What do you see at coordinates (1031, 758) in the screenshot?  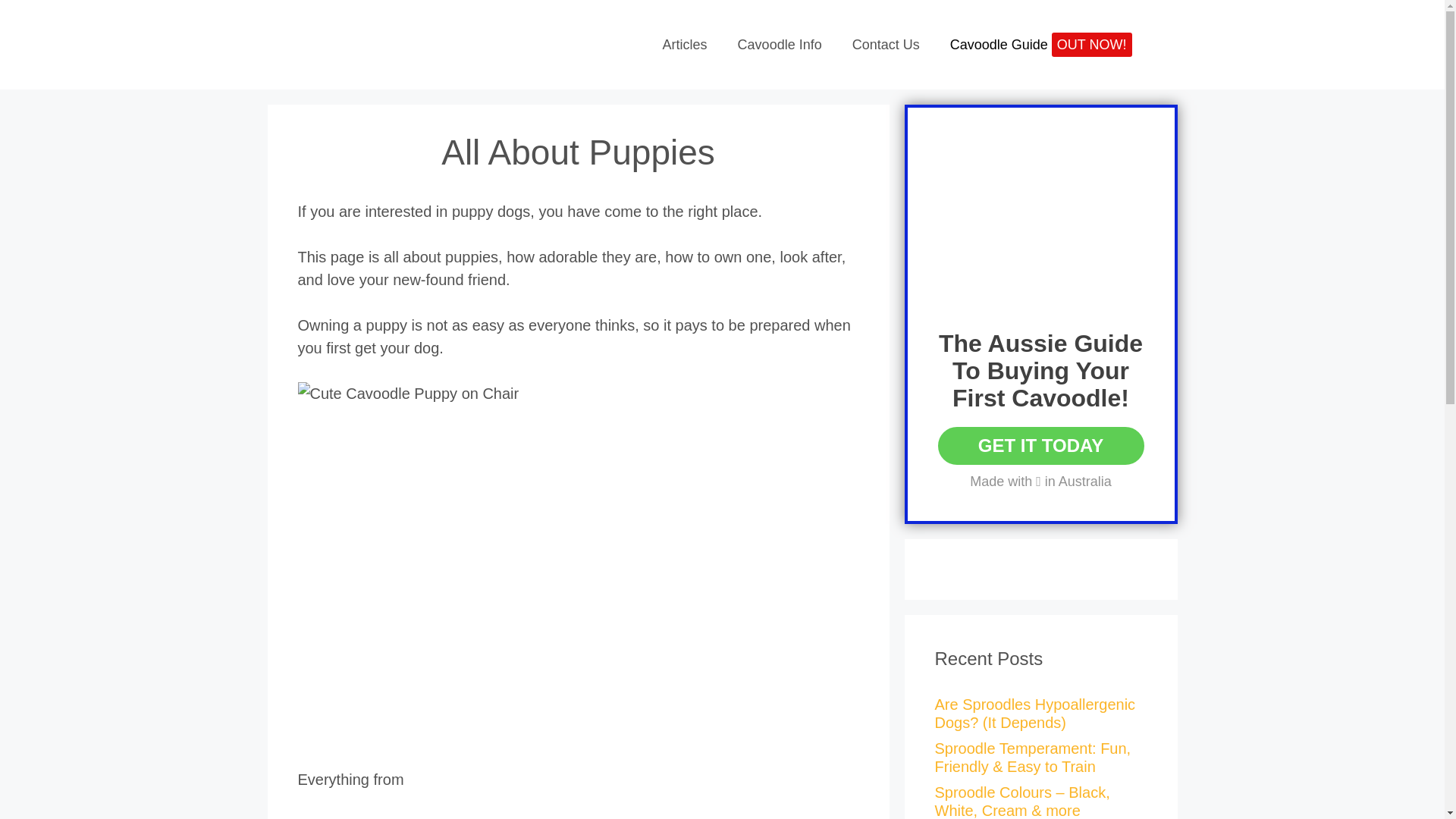 I see `'Sproodle Temperament: Fun, Friendly & Easy to Train'` at bounding box center [1031, 758].